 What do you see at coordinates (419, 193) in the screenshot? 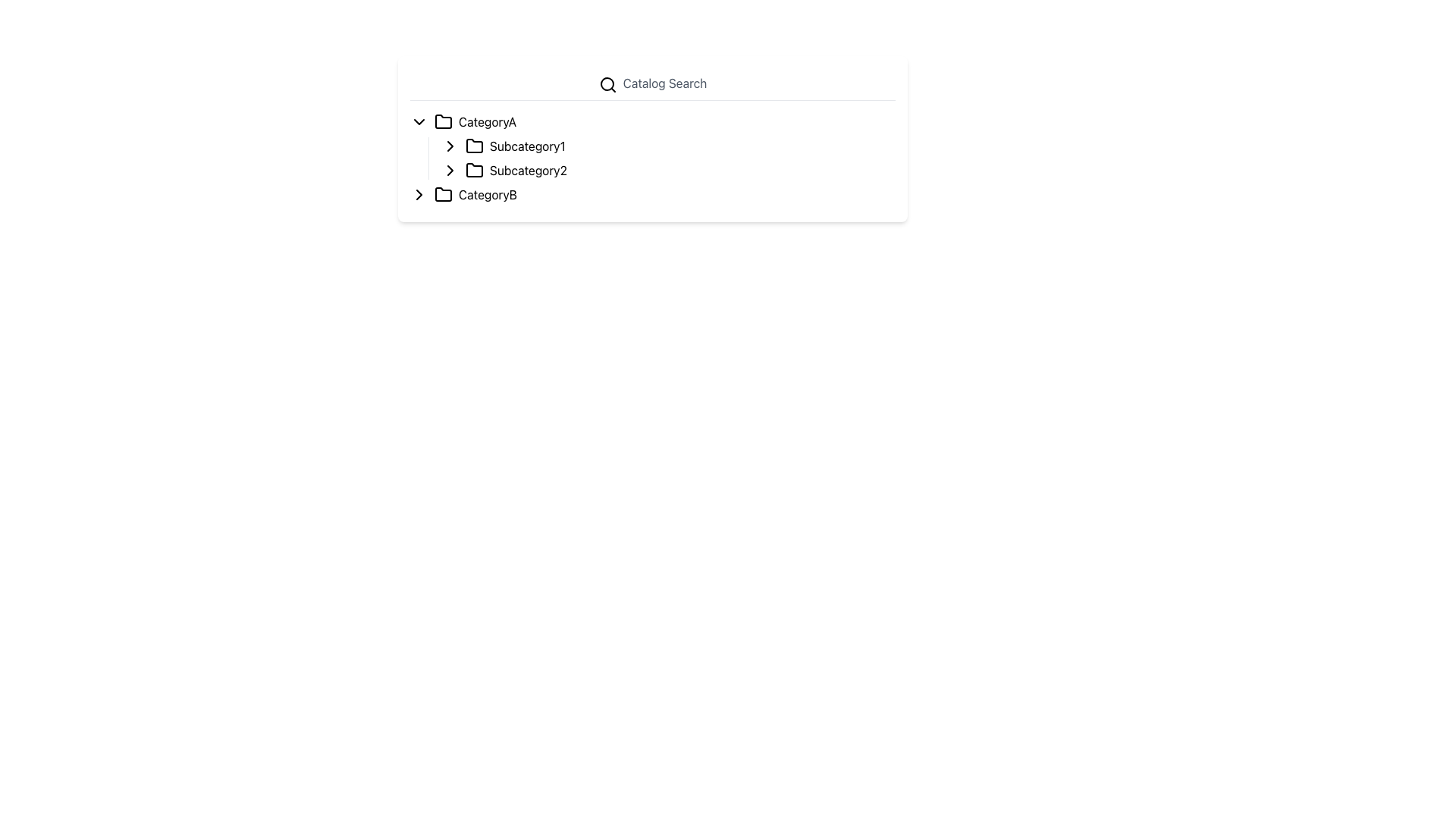
I see `the right-facing Chevron Icon located to the immediate left of the text 'CategoryB'` at bounding box center [419, 193].